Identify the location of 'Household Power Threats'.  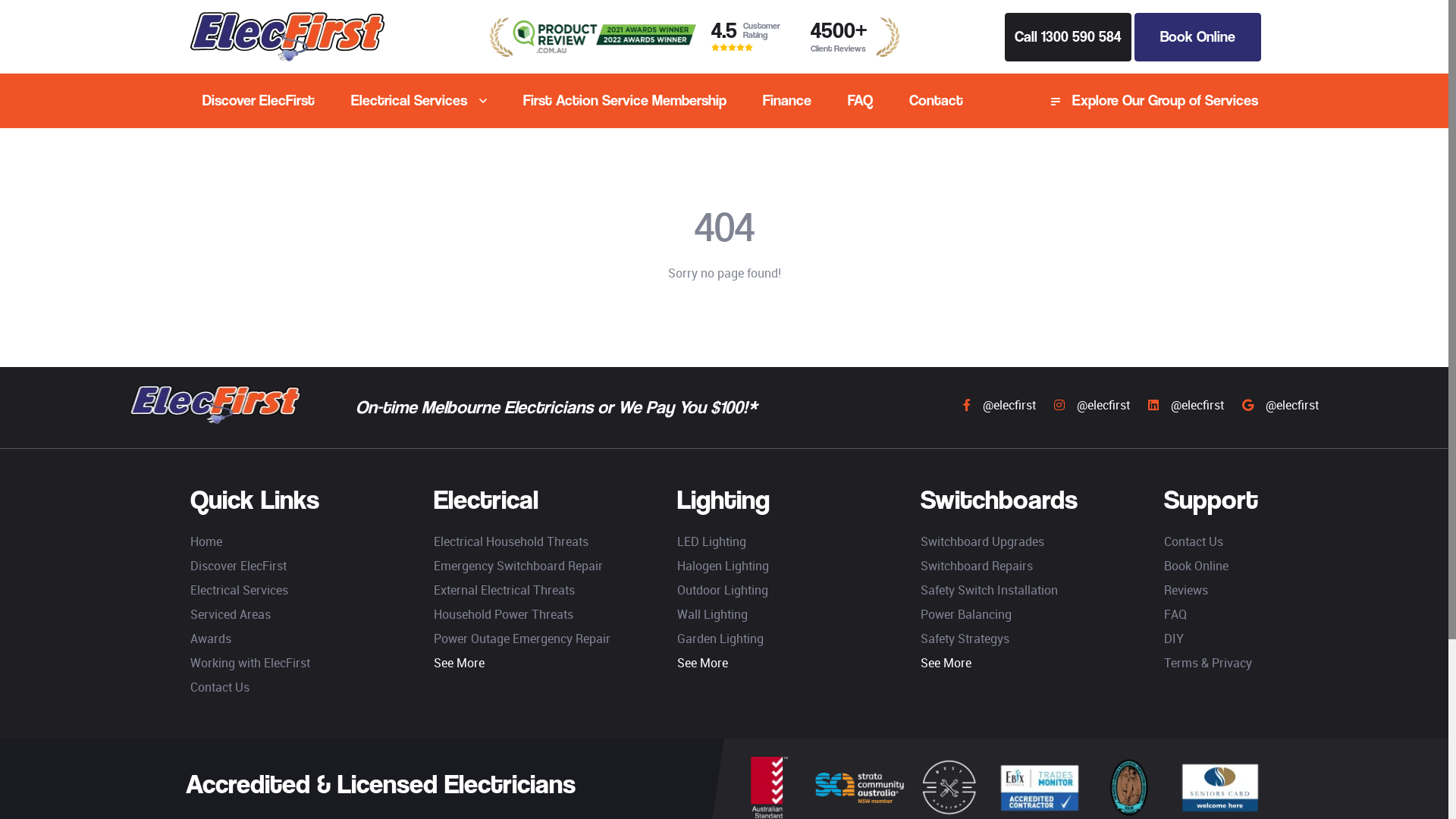
(432, 614).